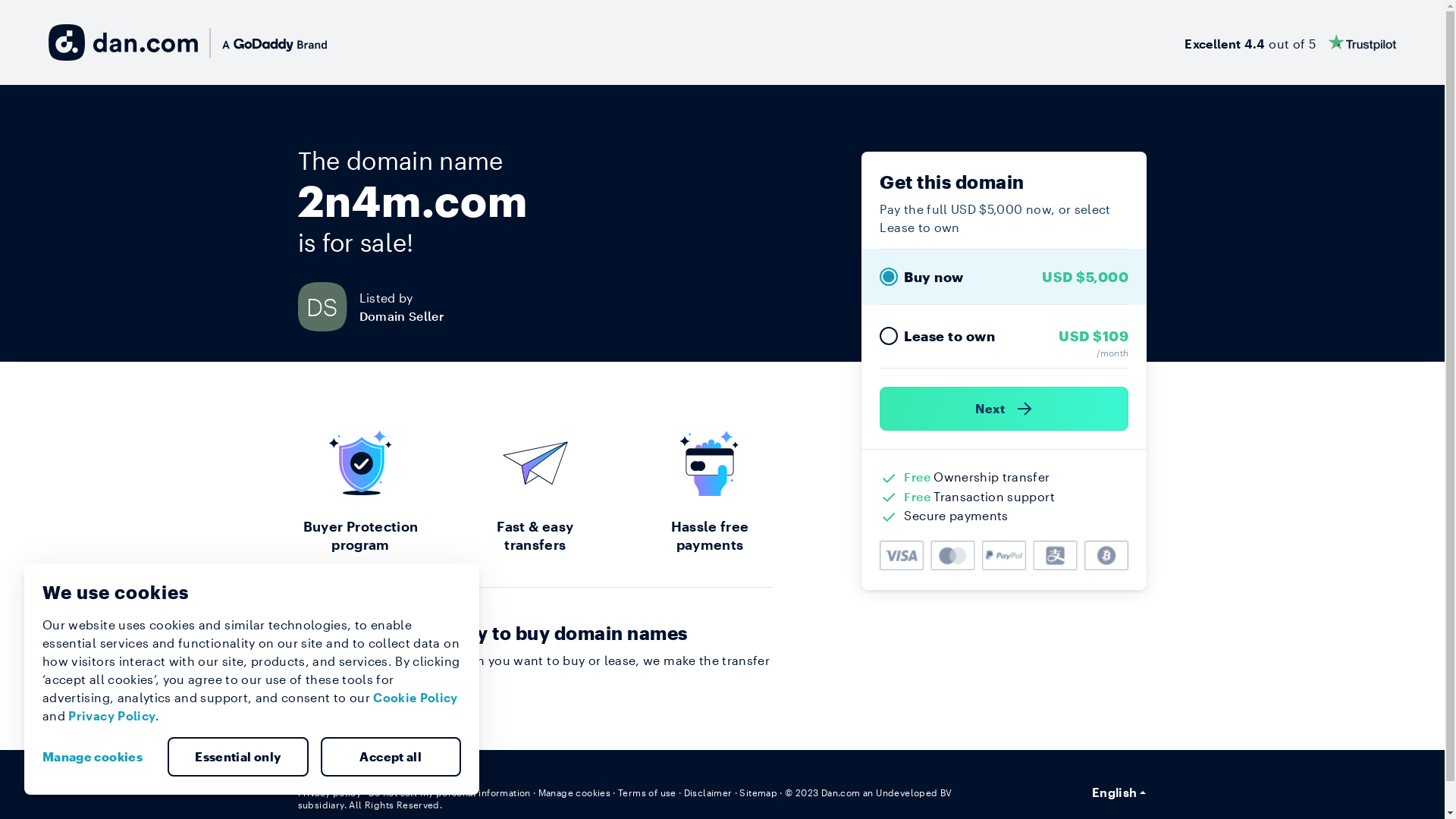  Describe the element at coordinates (880, 408) in the screenshot. I see `'Next` at that location.